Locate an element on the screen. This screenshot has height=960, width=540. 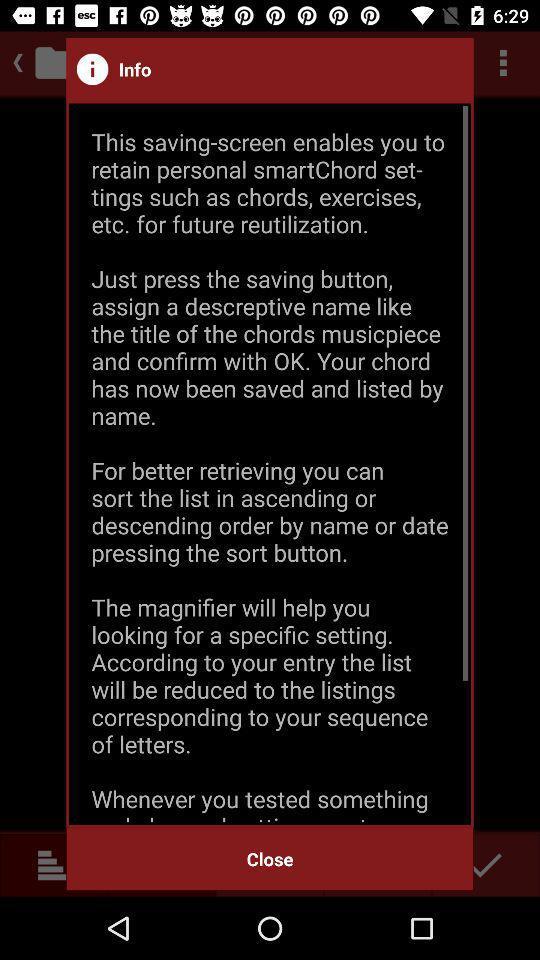
close icon is located at coordinates (270, 858).